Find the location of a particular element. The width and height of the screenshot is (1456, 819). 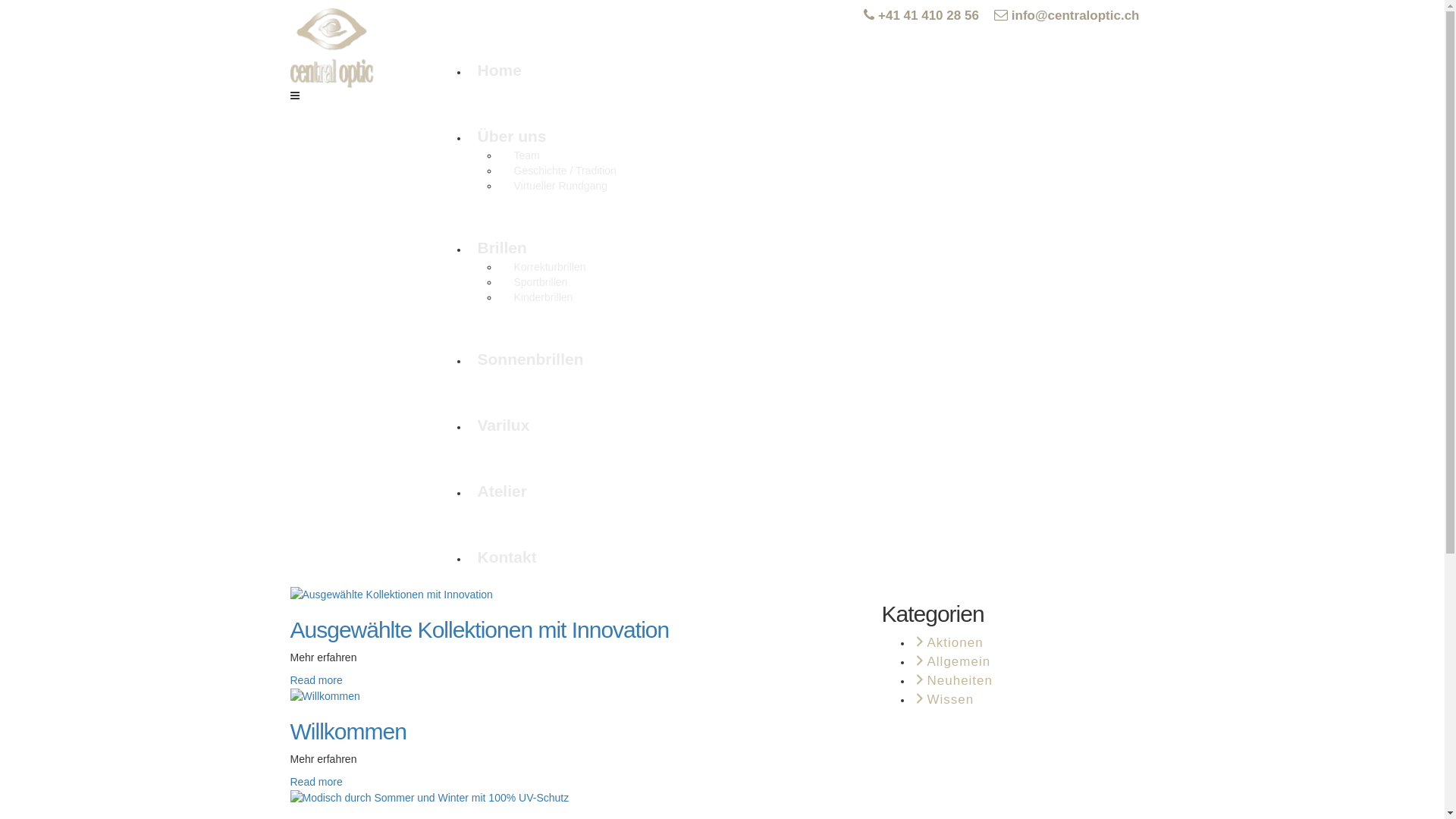

'+41 41 410 28 56' is located at coordinates (920, 15).